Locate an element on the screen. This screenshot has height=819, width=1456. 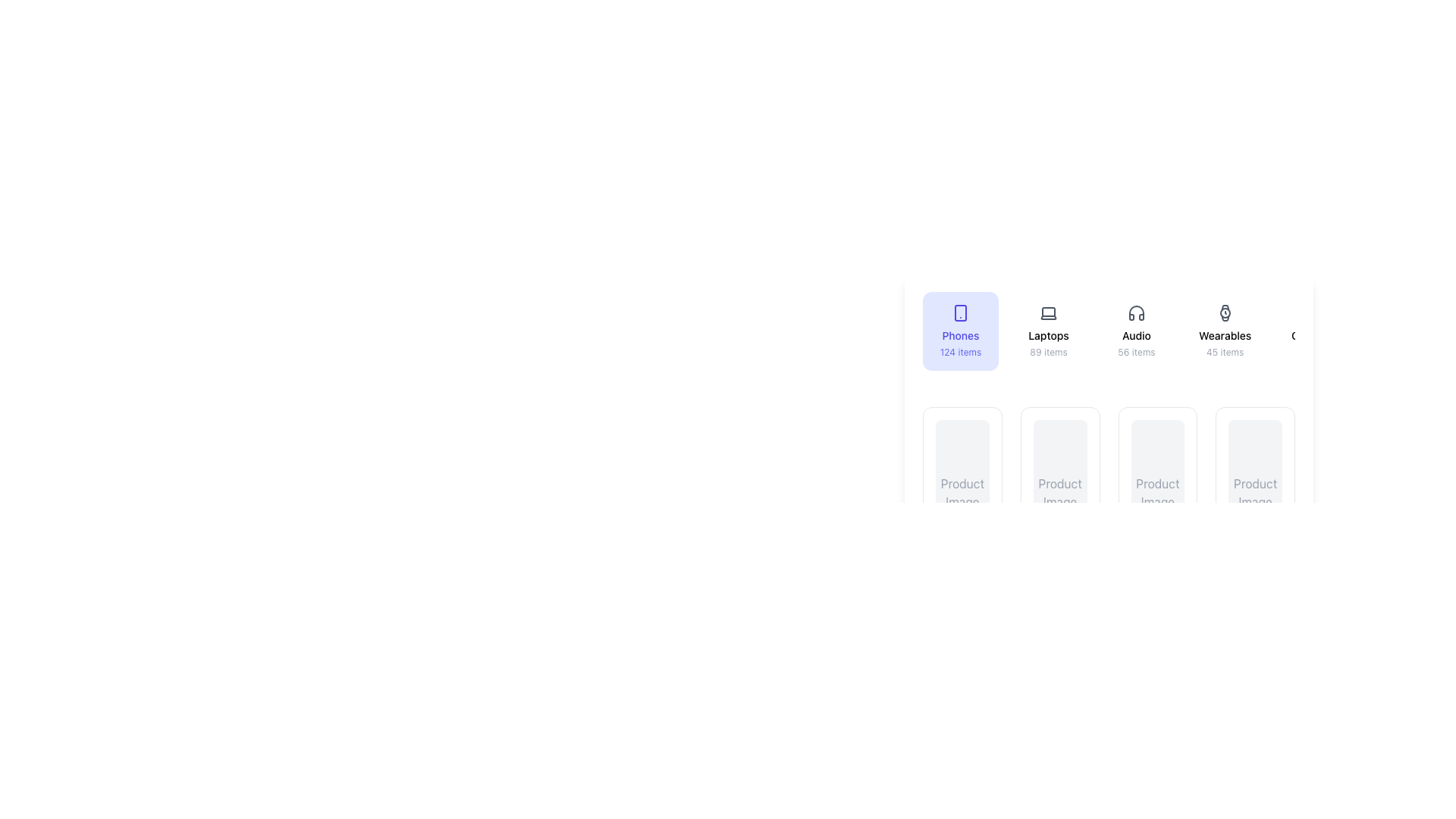
the button labeled 'Laptops' is located at coordinates (1047, 330).